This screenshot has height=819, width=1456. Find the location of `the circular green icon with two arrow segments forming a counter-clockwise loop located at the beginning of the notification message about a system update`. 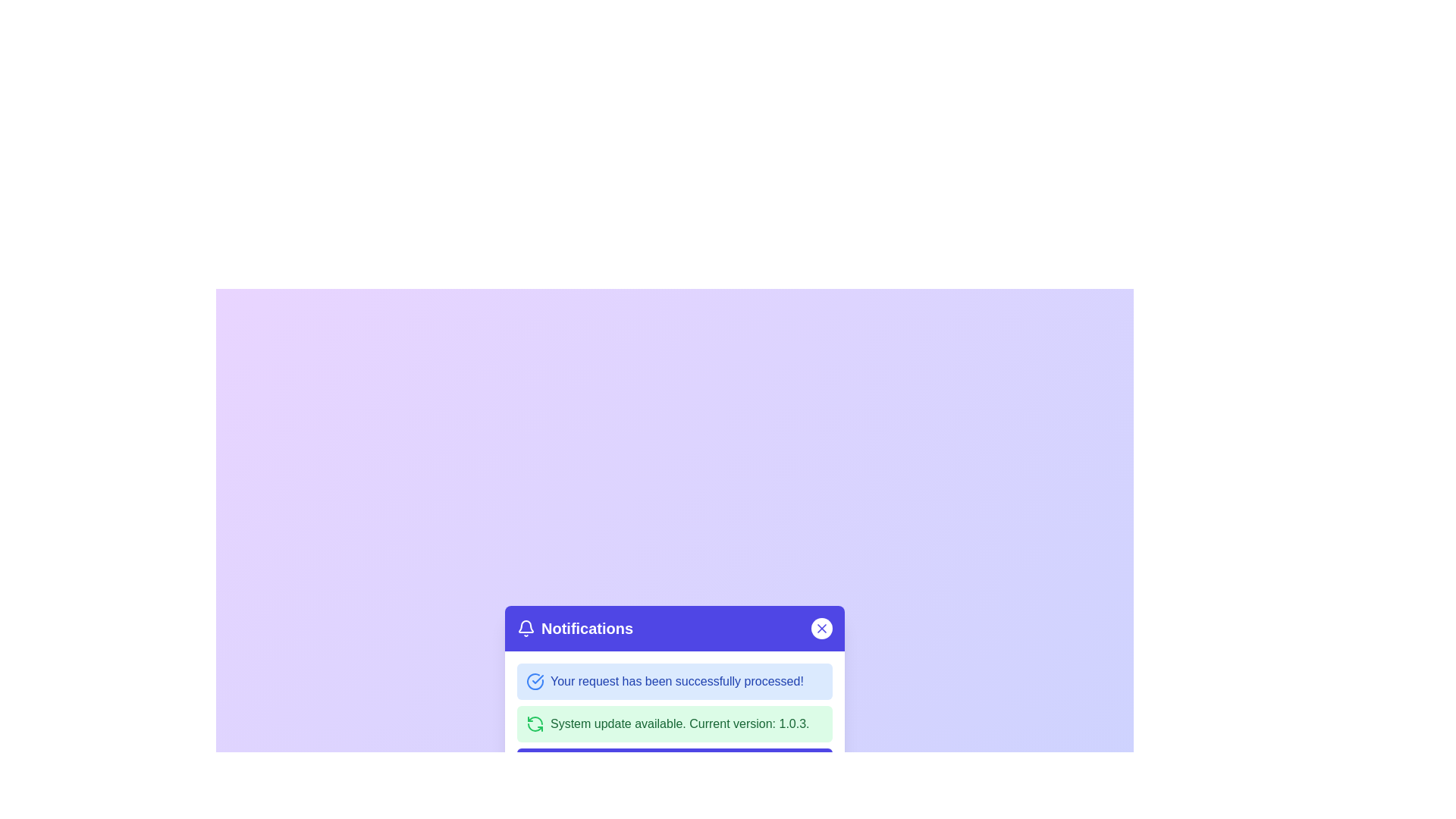

the circular green icon with two arrow segments forming a counter-clockwise loop located at the beginning of the notification message about a system update is located at coordinates (535, 723).